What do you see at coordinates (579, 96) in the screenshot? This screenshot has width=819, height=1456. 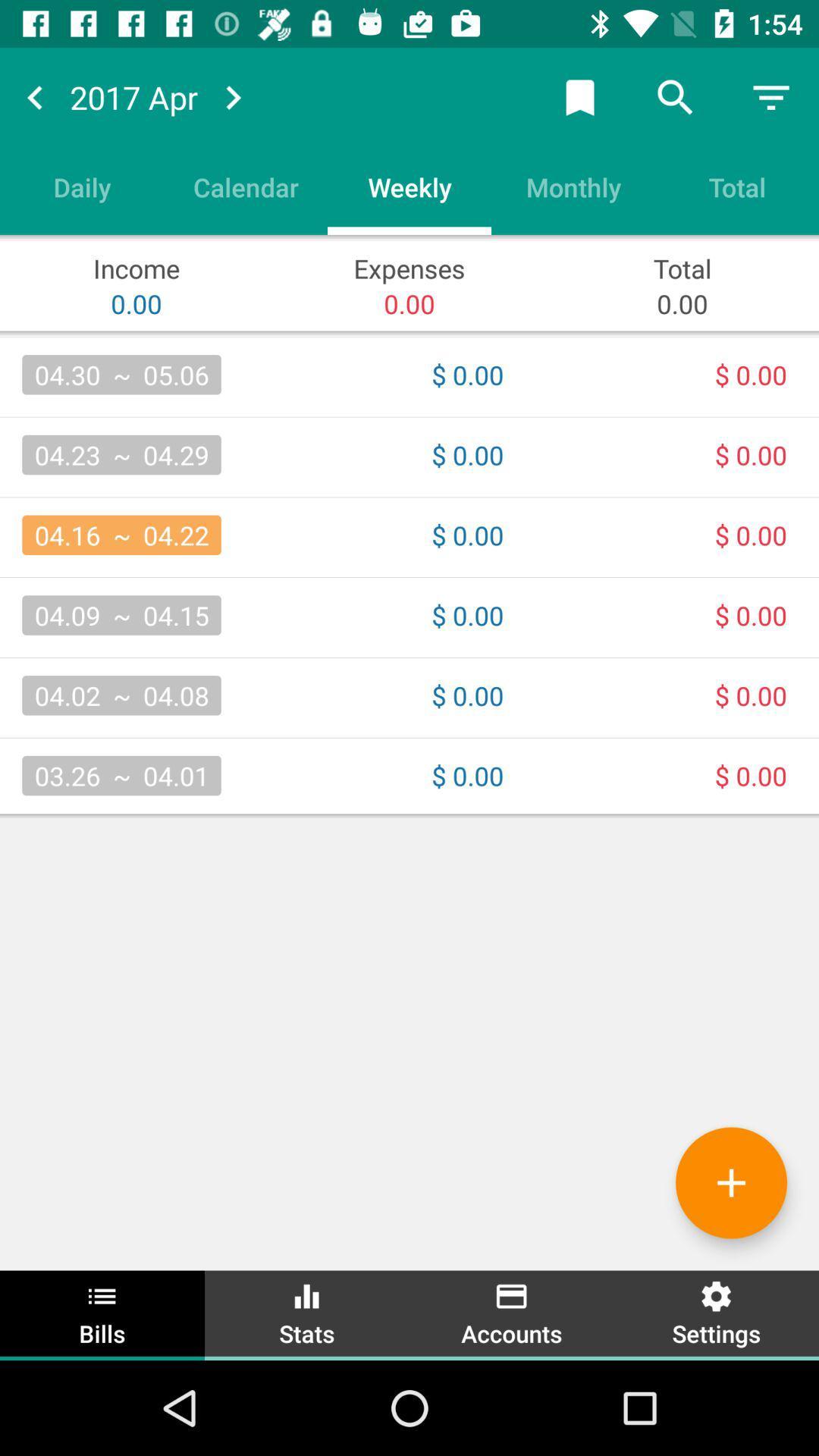 I see `bookmark the item` at bounding box center [579, 96].